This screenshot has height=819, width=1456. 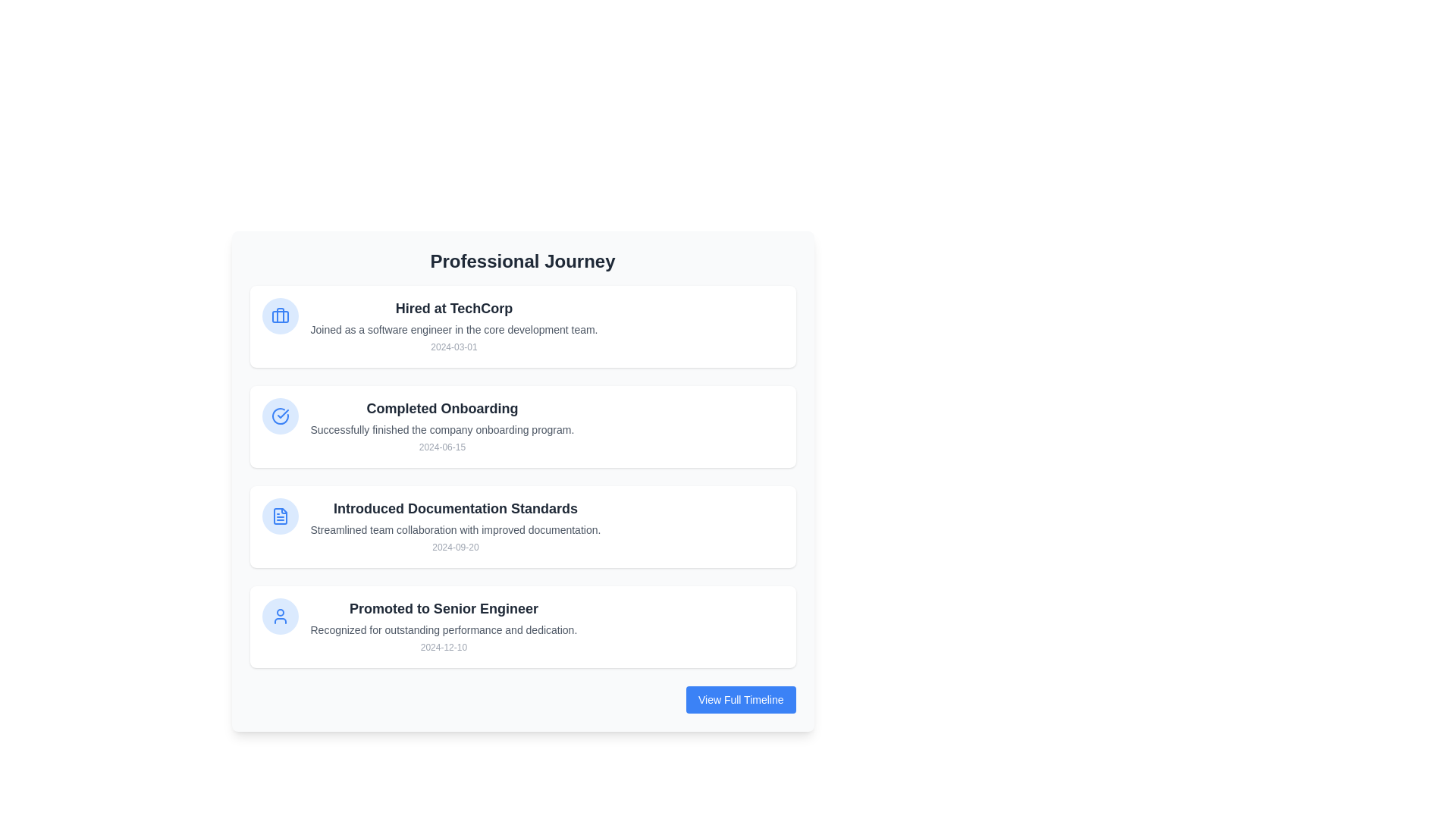 I want to click on descriptive text label located in the first tile of the vertically stacked timeline interface, positioned below 'Hired at TechCorp' and above the date '2024-03-01', so click(x=453, y=329).